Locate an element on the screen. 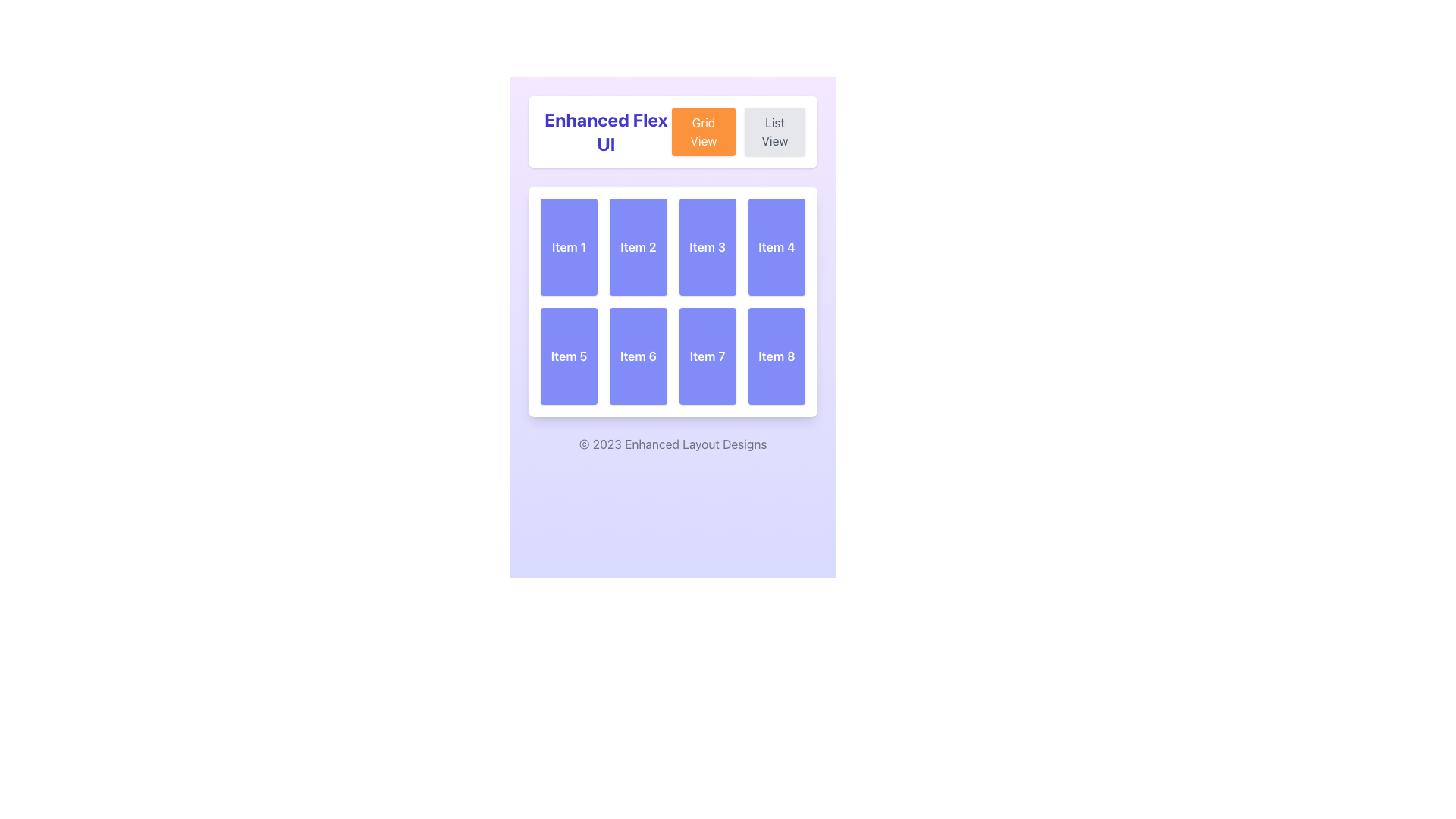 The height and width of the screenshot is (819, 1456). the static label with a blue background and white bold text reading 'Item 7', located in the second row, third column of the grid is located at coordinates (707, 356).